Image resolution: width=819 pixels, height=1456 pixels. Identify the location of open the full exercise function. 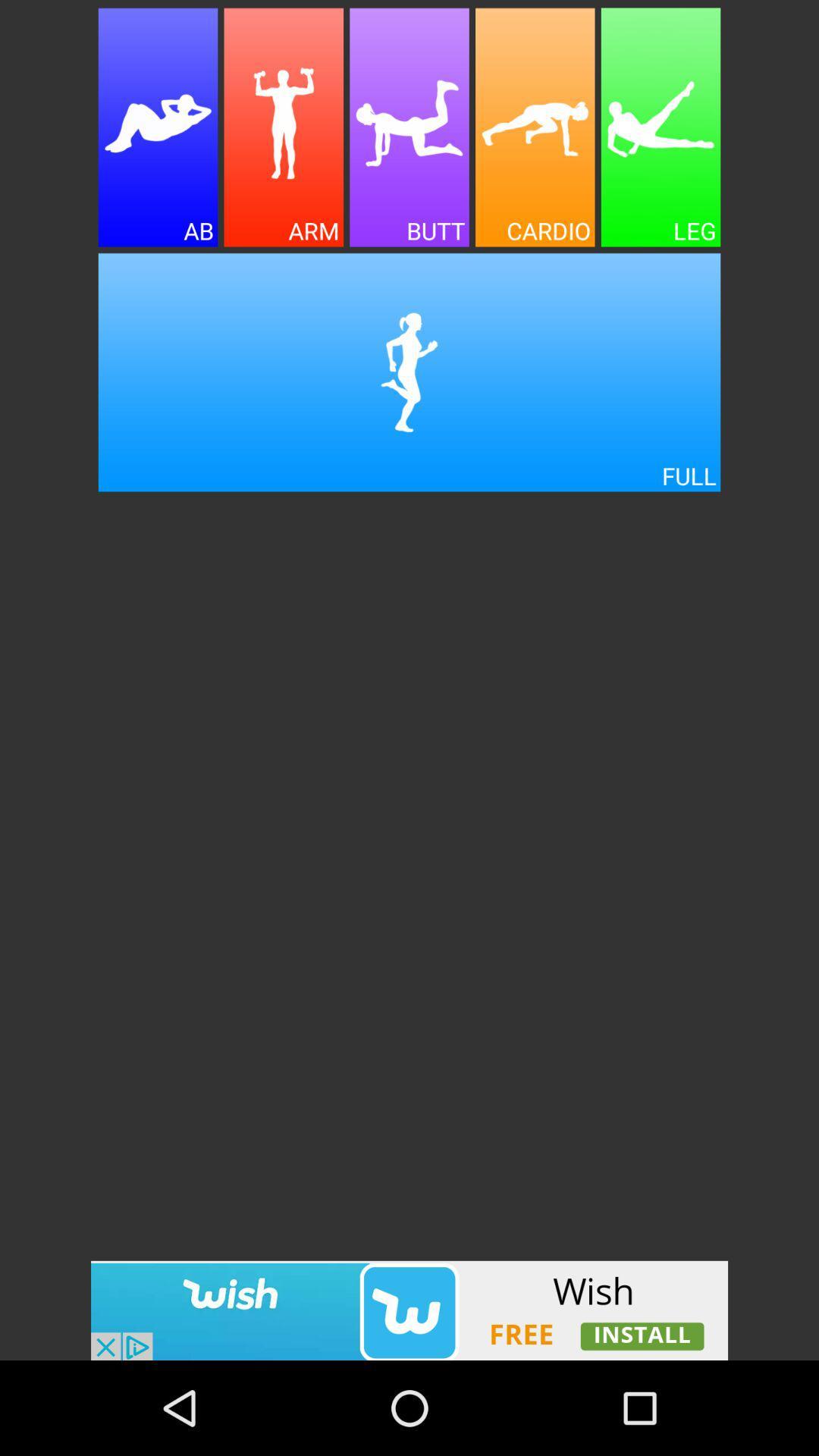
(409, 372).